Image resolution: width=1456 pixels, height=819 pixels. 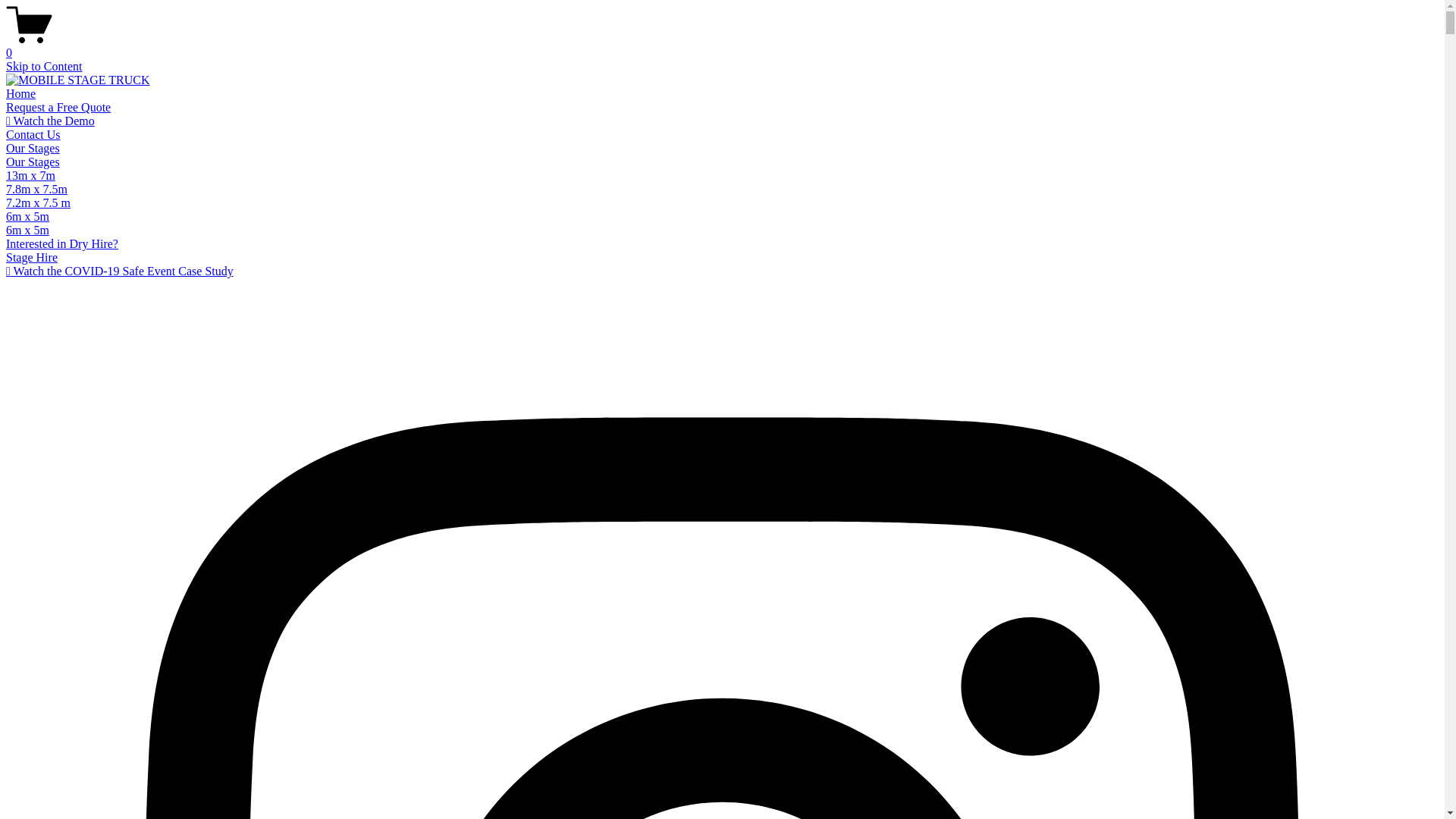 I want to click on 'Our Stages', so click(x=33, y=162).